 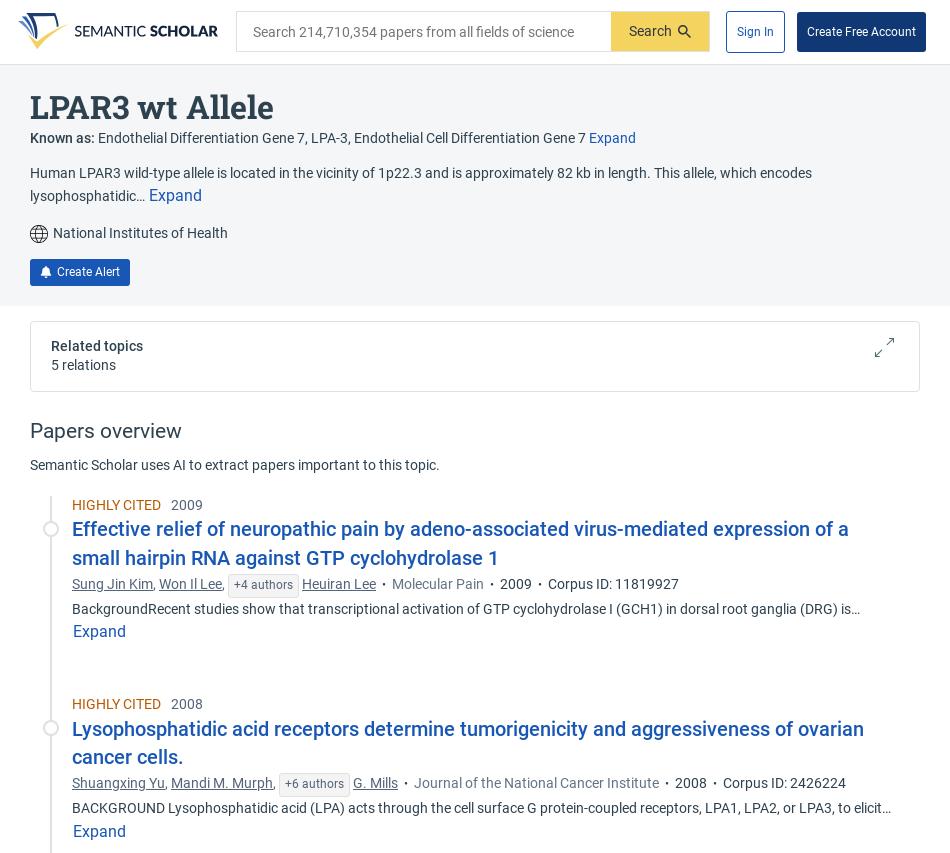 What do you see at coordinates (482, 806) in the screenshot?
I see `'BACKGROUND
Lysophosphatidic acid (LPA) acts through the cell surface G protein-coupled receptors, LPA1, LPA2, or LPA3, to elicit…'` at bounding box center [482, 806].